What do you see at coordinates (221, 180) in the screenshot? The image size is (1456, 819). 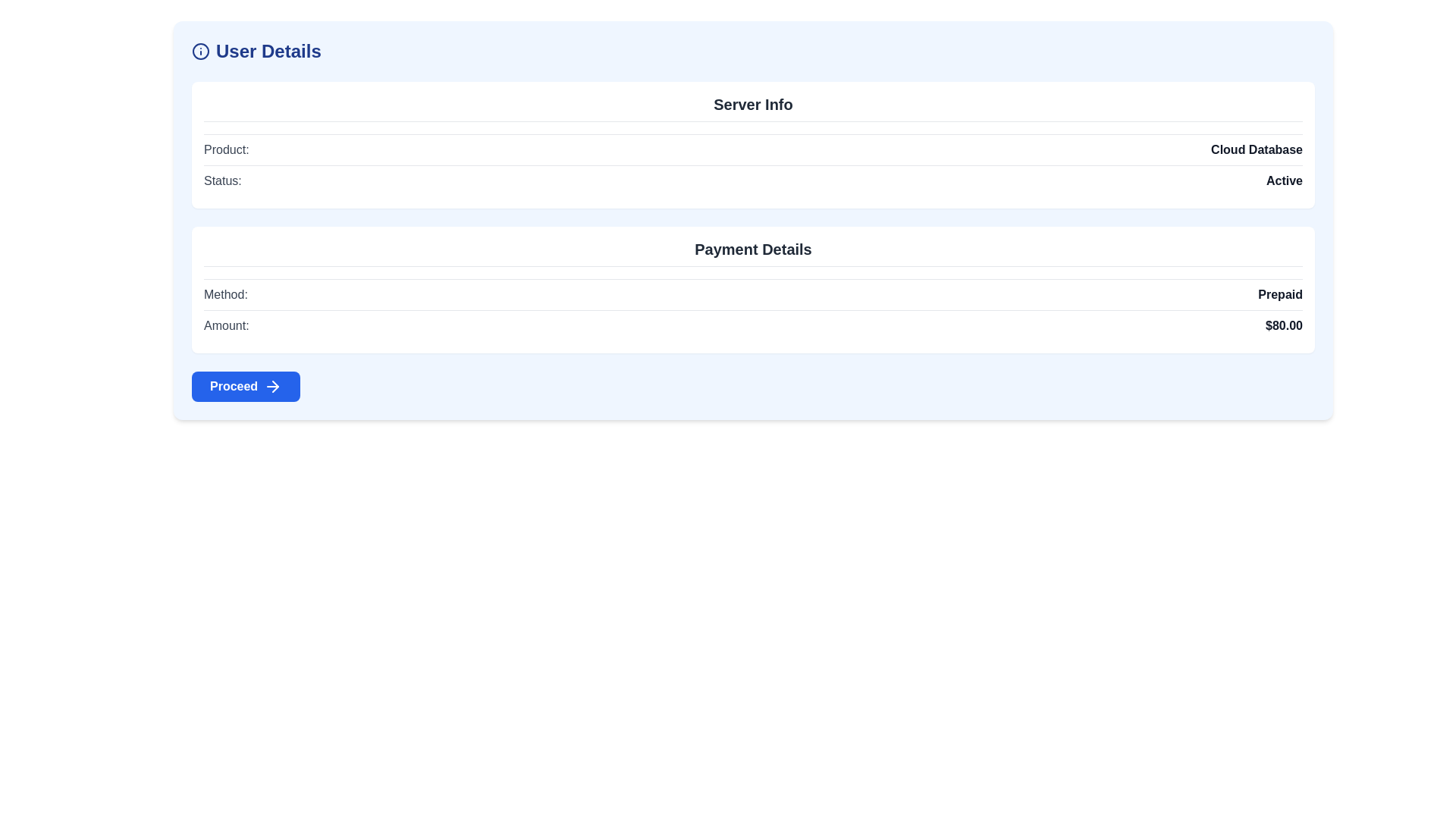 I see `the 'Status:' text label located in the 'Server Info' section, which is displayed in gray font and is positioned to the left of the text 'Active'` at bounding box center [221, 180].